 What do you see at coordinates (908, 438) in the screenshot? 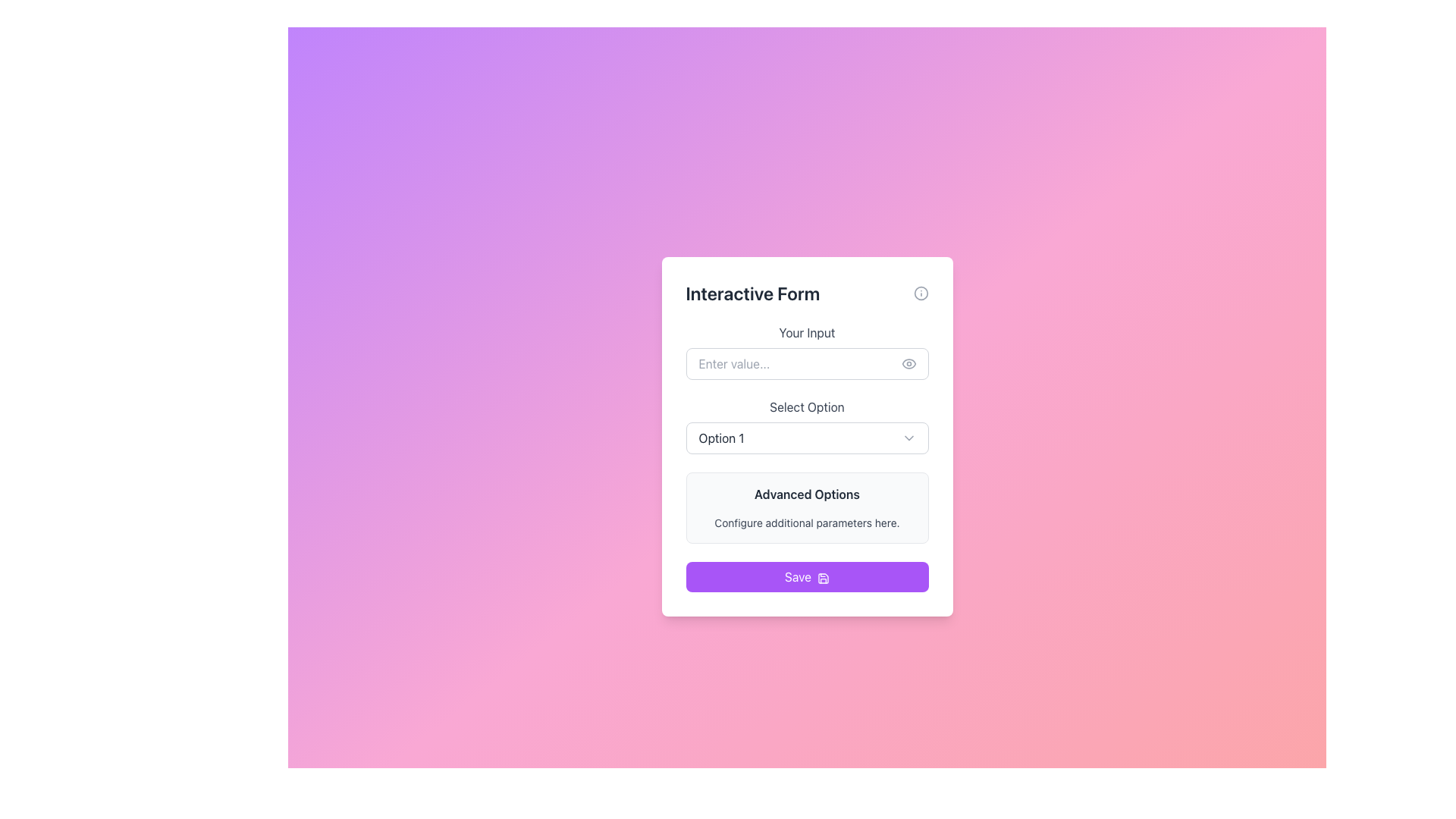
I see `the Chevron Down icon located at the right end of the 'Select Option' input field` at bounding box center [908, 438].